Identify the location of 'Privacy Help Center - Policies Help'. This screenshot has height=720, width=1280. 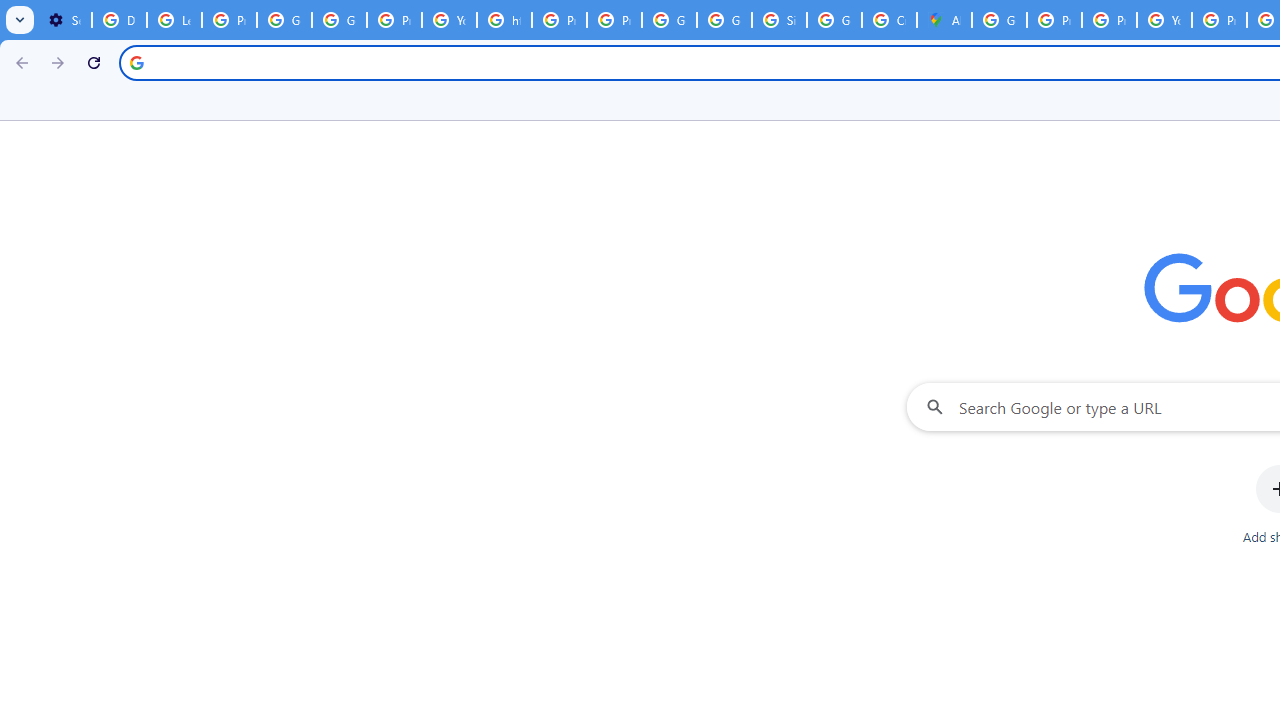
(1053, 20).